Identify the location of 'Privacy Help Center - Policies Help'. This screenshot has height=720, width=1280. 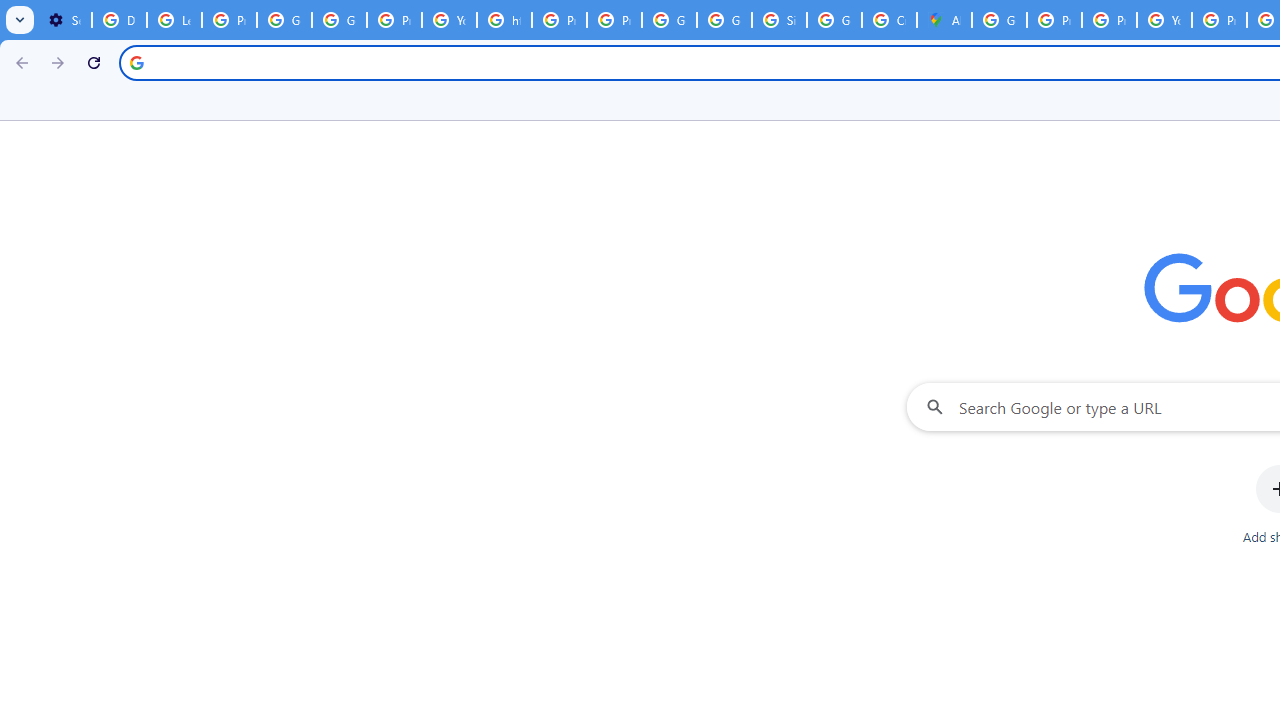
(1053, 20).